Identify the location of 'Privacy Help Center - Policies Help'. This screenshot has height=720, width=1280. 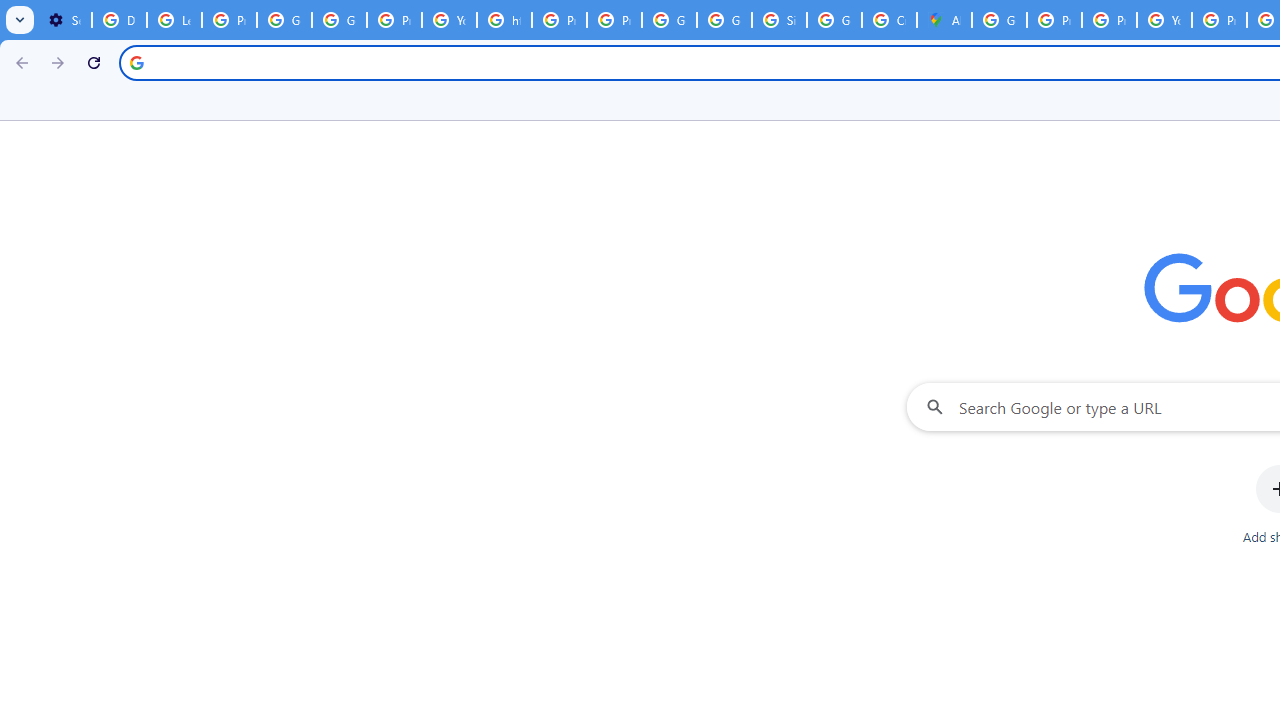
(1053, 20).